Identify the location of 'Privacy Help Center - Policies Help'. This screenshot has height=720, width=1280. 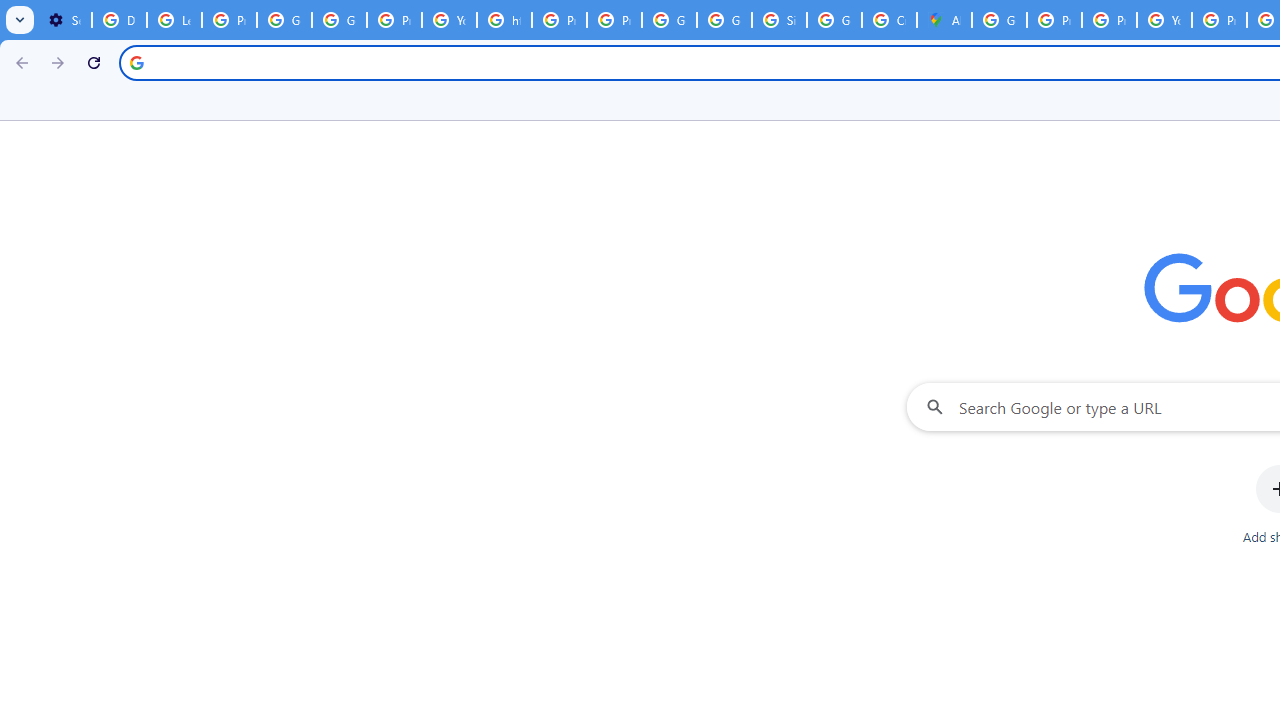
(1053, 20).